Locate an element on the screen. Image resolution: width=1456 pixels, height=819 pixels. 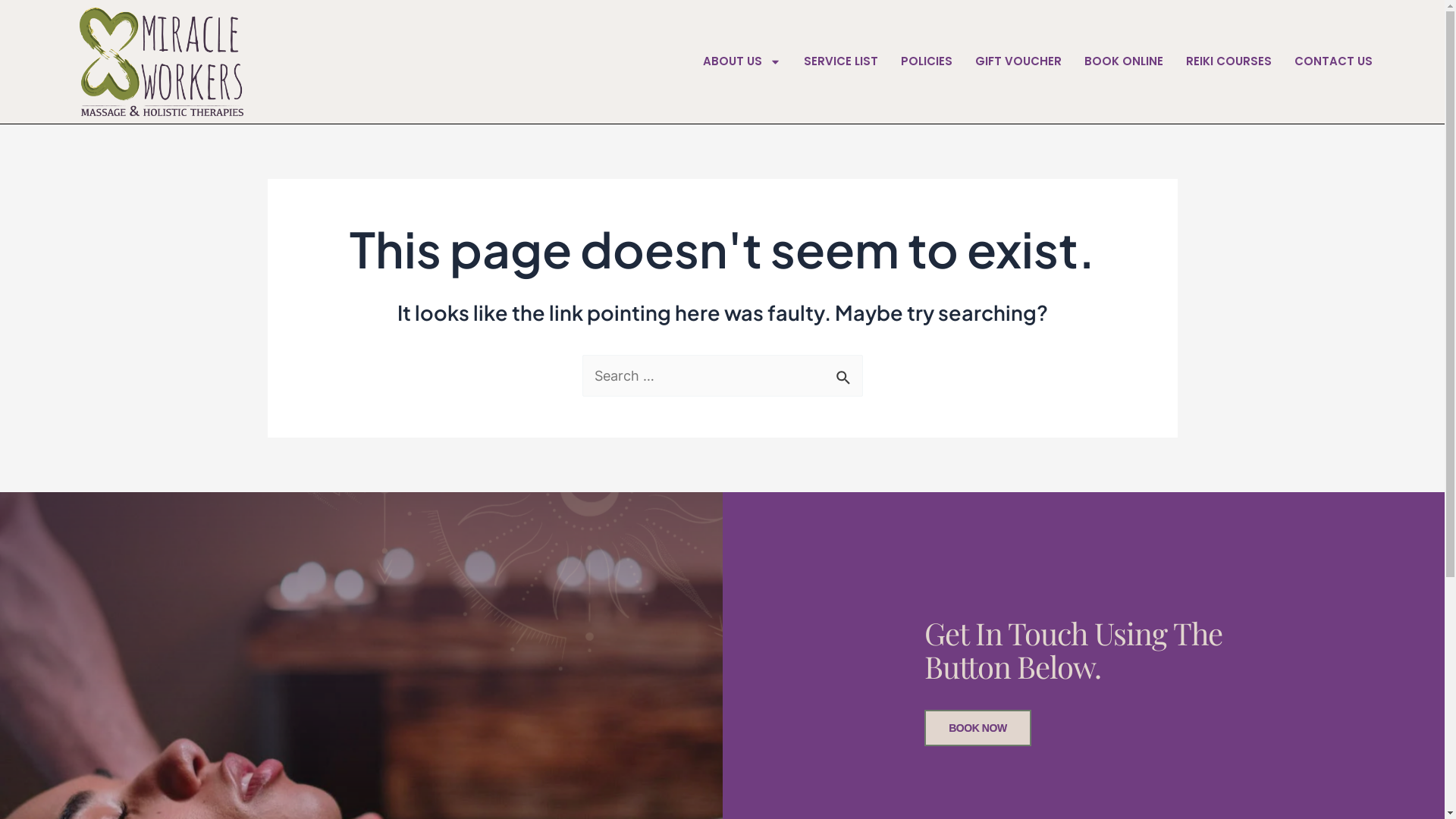
'BOOK NOW' is located at coordinates (977, 727).